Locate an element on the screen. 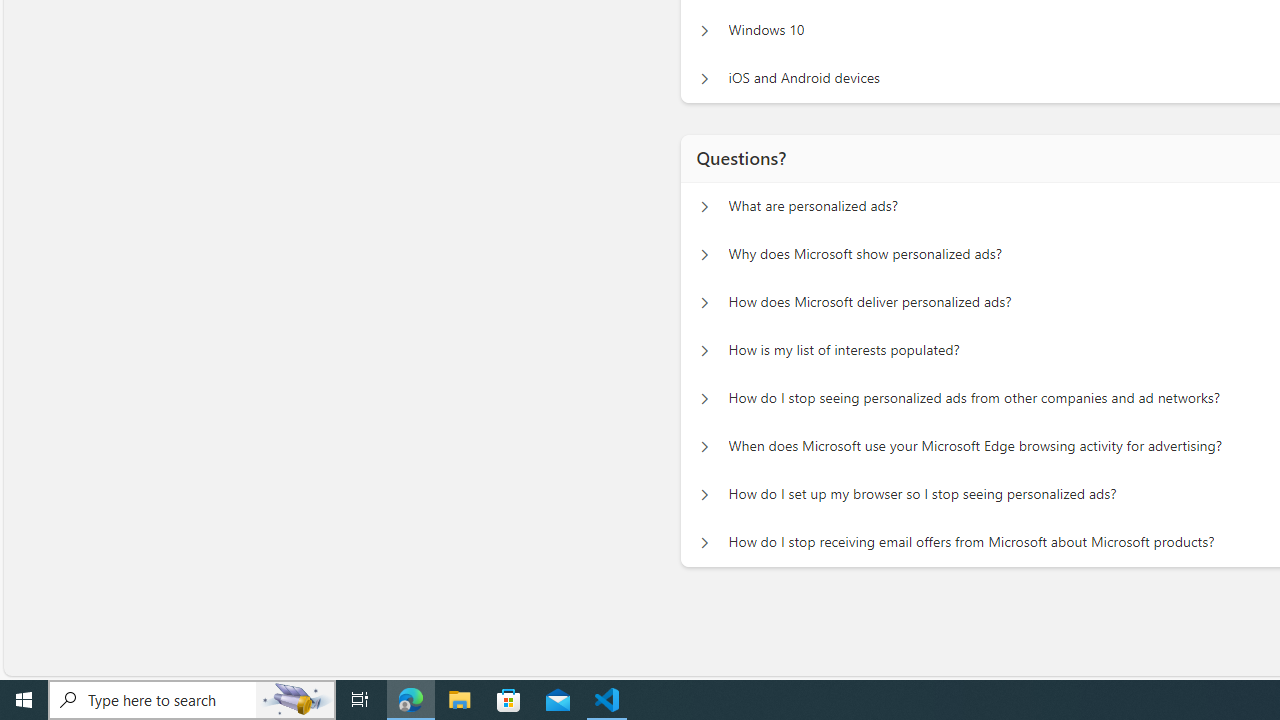  'Manage personalized ads on your device Windows 10' is located at coordinates (704, 30).